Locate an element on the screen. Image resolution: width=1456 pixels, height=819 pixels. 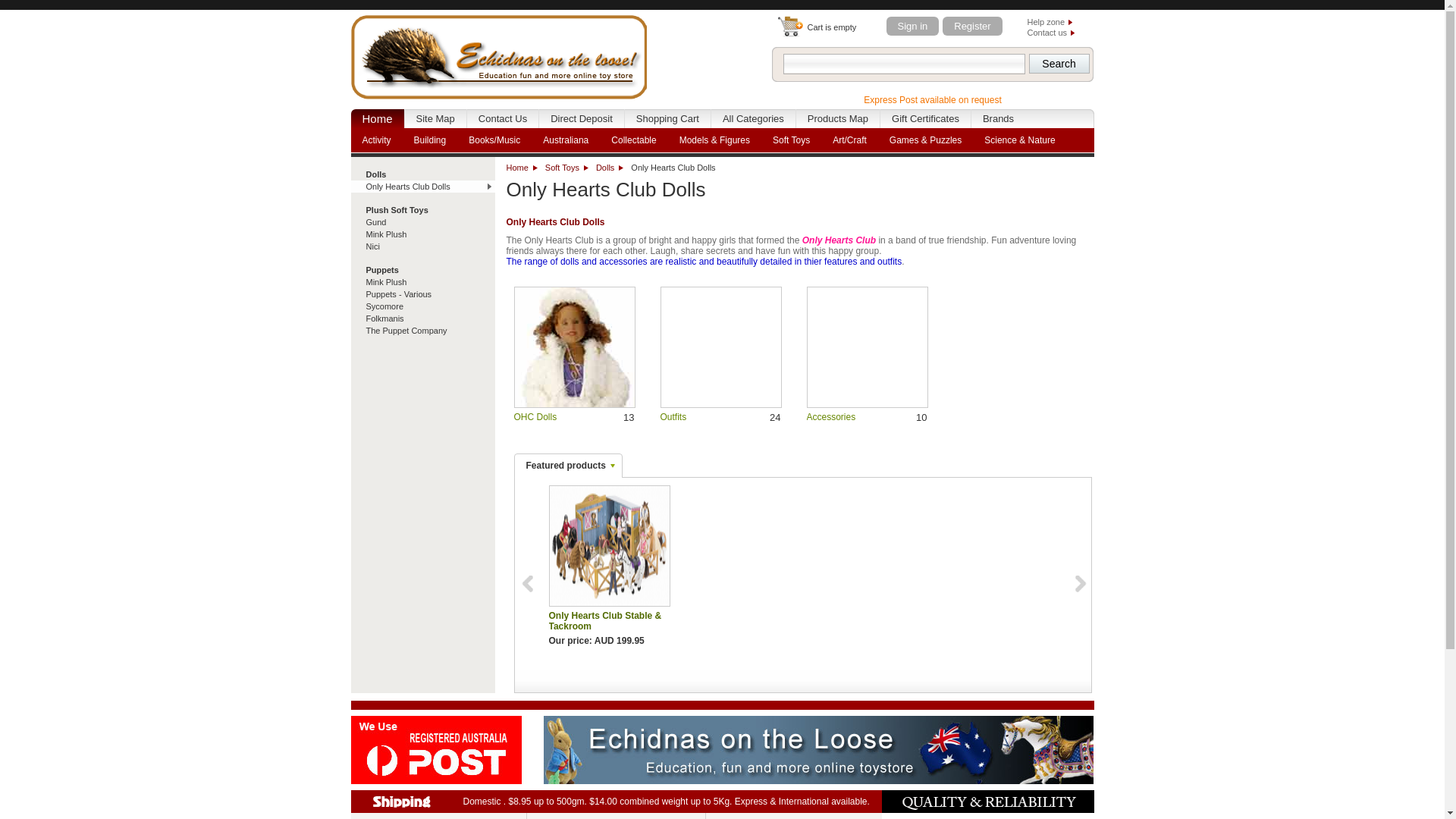
'Site Map' is located at coordinates (435, 118).